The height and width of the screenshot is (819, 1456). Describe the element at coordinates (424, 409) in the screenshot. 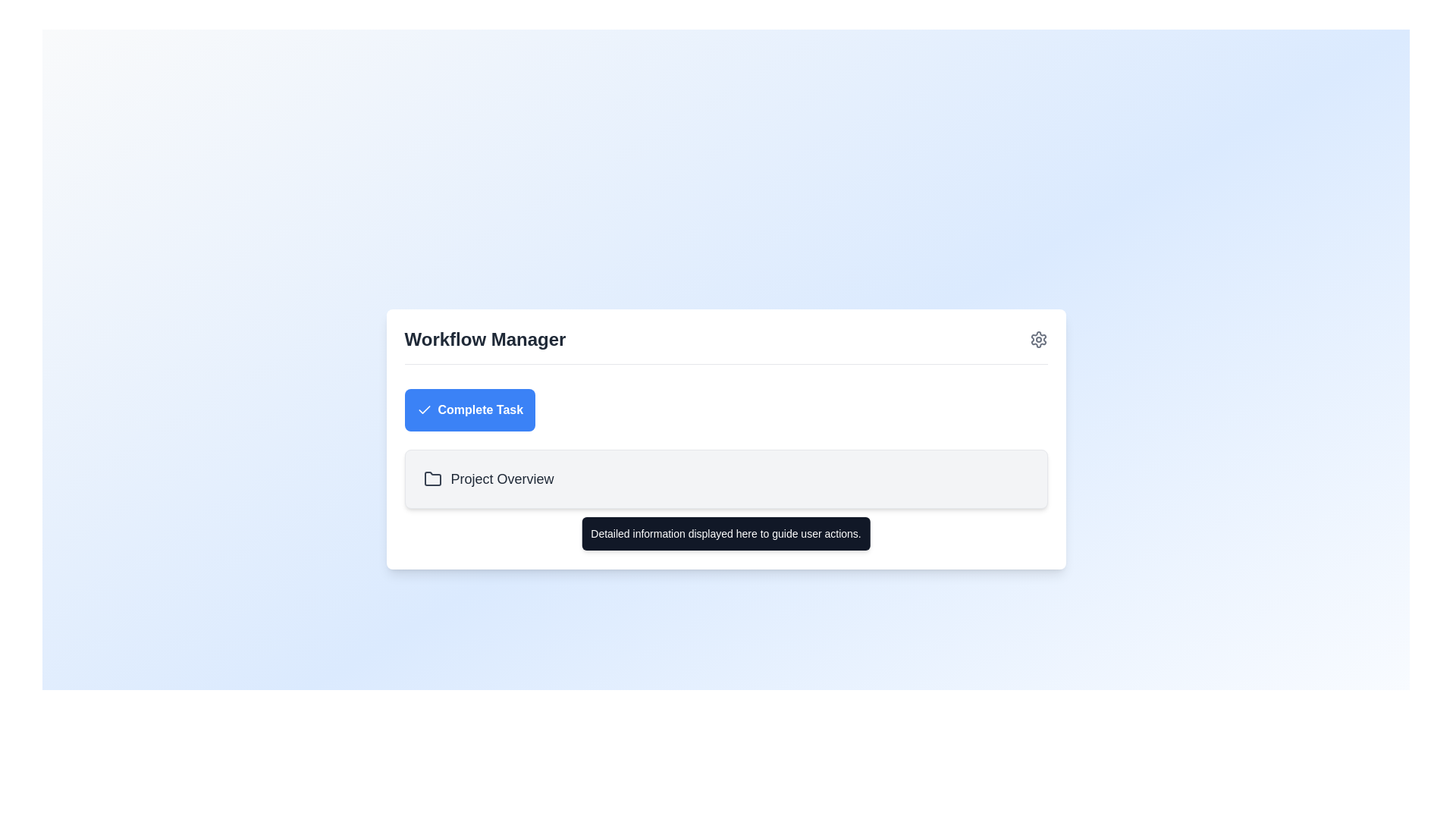

I see `checkmark icon located inside the 'Complete Task' button at the top of the 'Workflow Manager' section` at that location.